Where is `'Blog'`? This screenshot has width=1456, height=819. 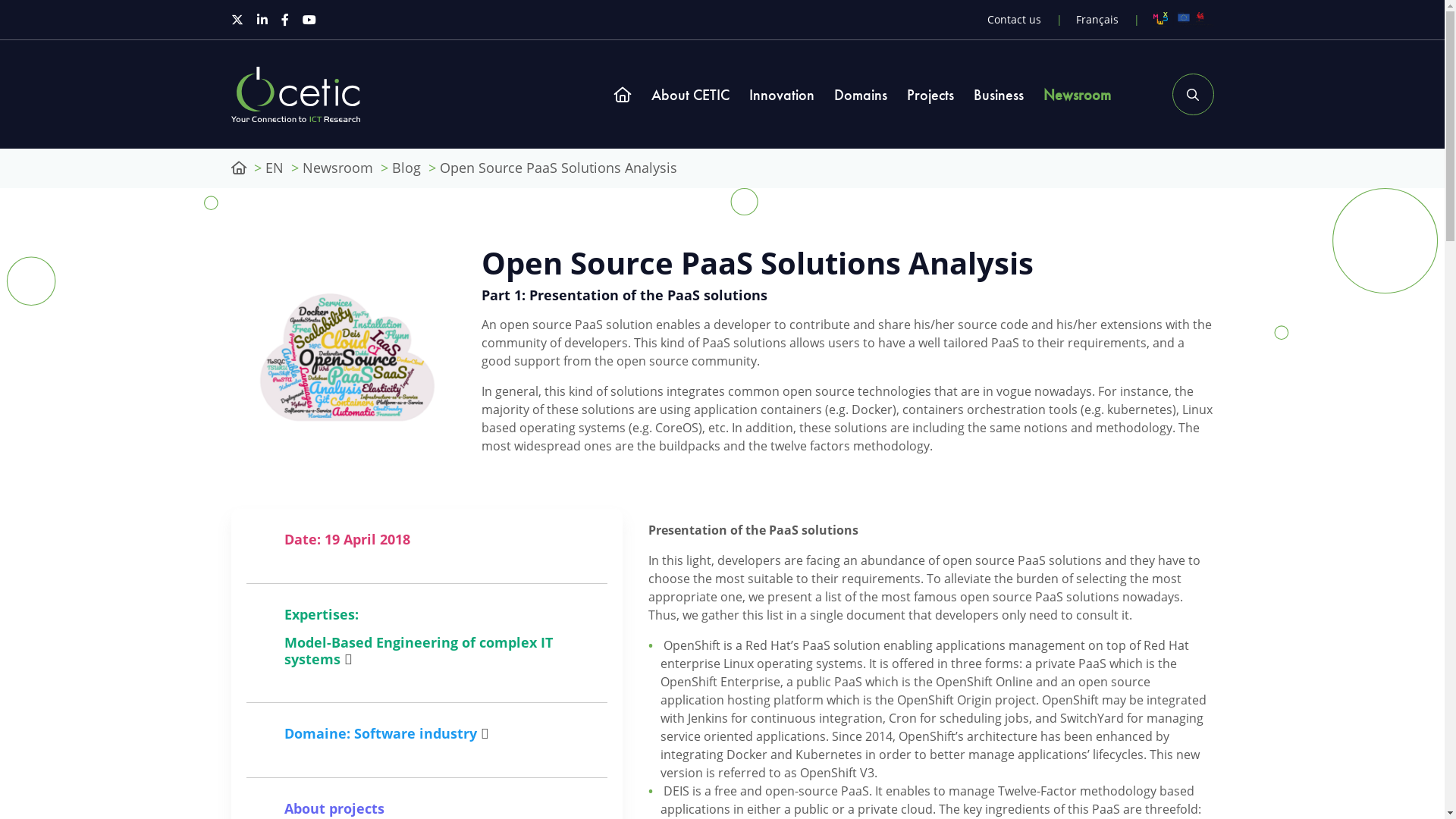
'Blog' is located at coordinates (405, 168).